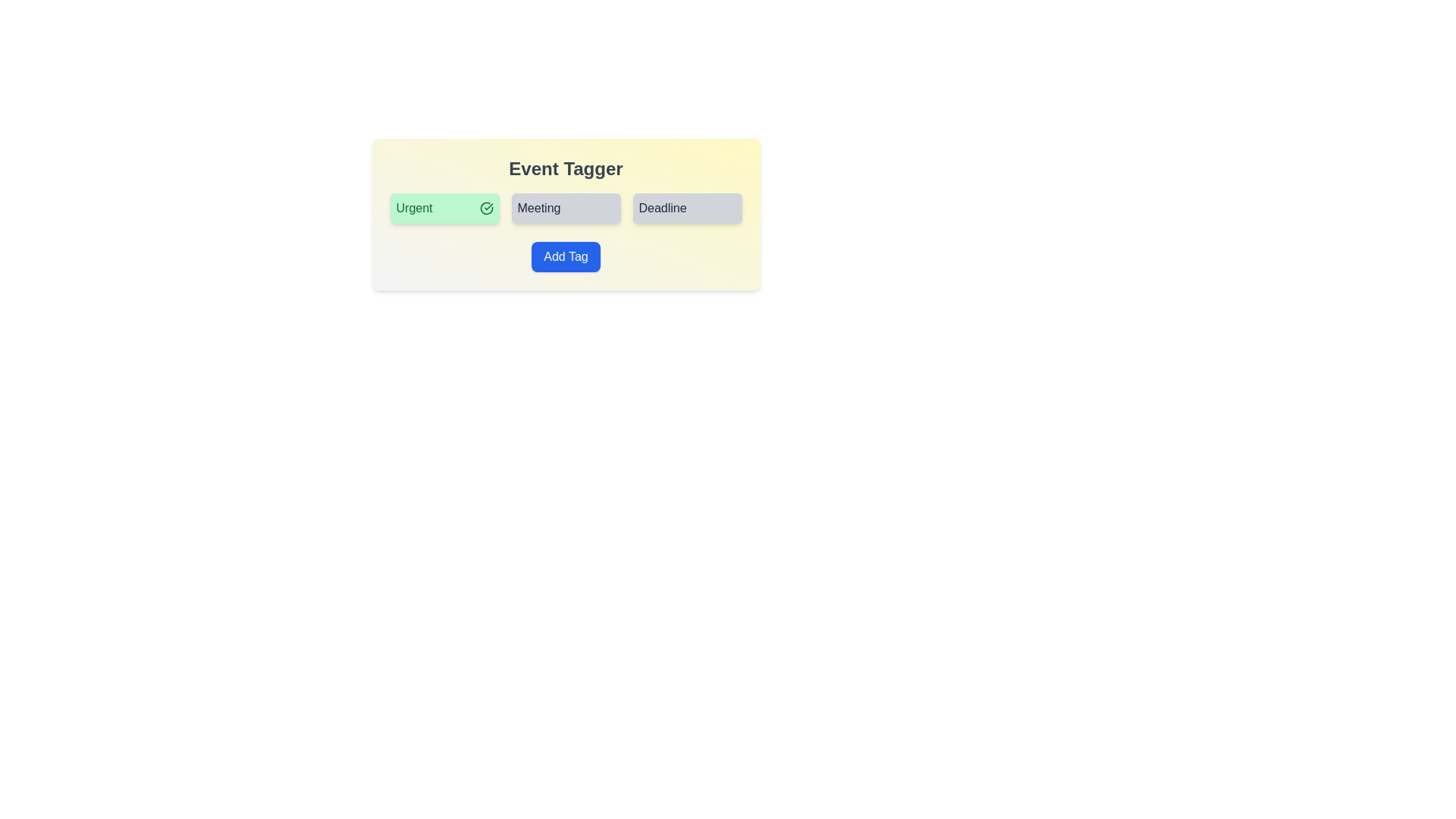  I want to click on the tag Deadline to toggle its state, so click(686, 208).